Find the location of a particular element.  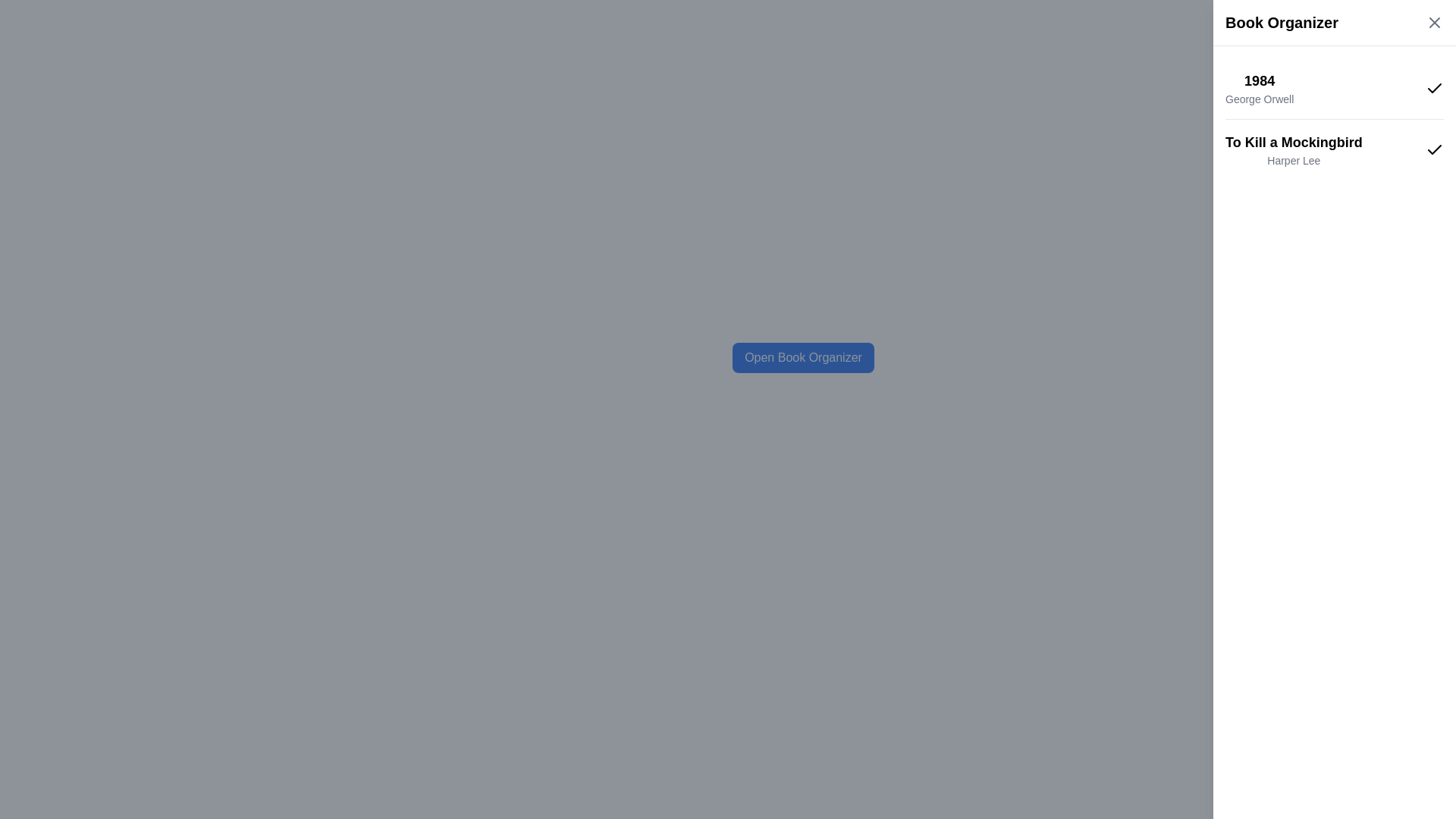

the checkmark icon button indicating the 'read' status for '1984' by George Orwell is located at coordinates (1433, 88).